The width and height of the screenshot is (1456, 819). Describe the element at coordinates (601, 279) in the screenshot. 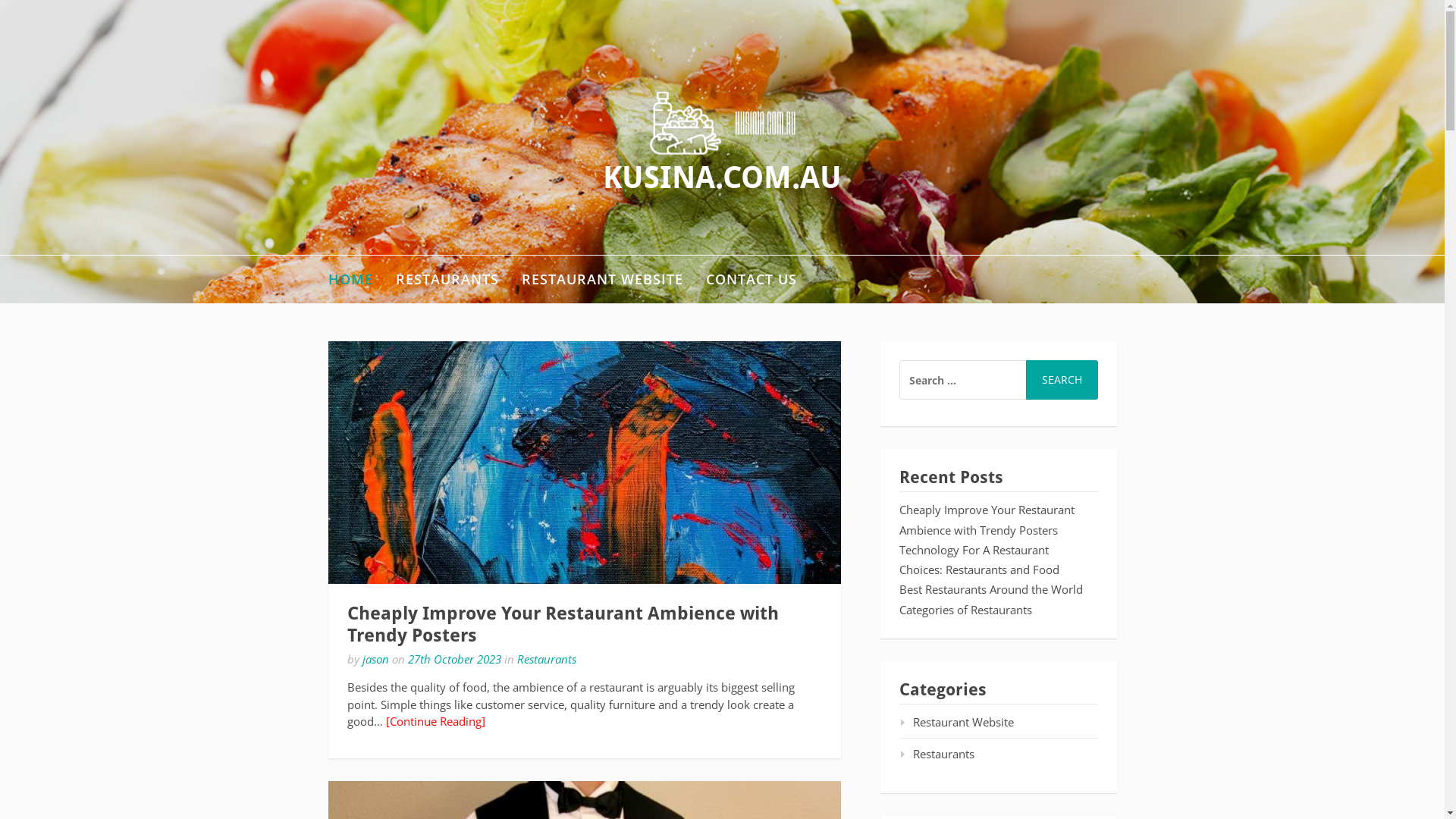

I see `'RESTAURANT WEBSITE'` at that location.